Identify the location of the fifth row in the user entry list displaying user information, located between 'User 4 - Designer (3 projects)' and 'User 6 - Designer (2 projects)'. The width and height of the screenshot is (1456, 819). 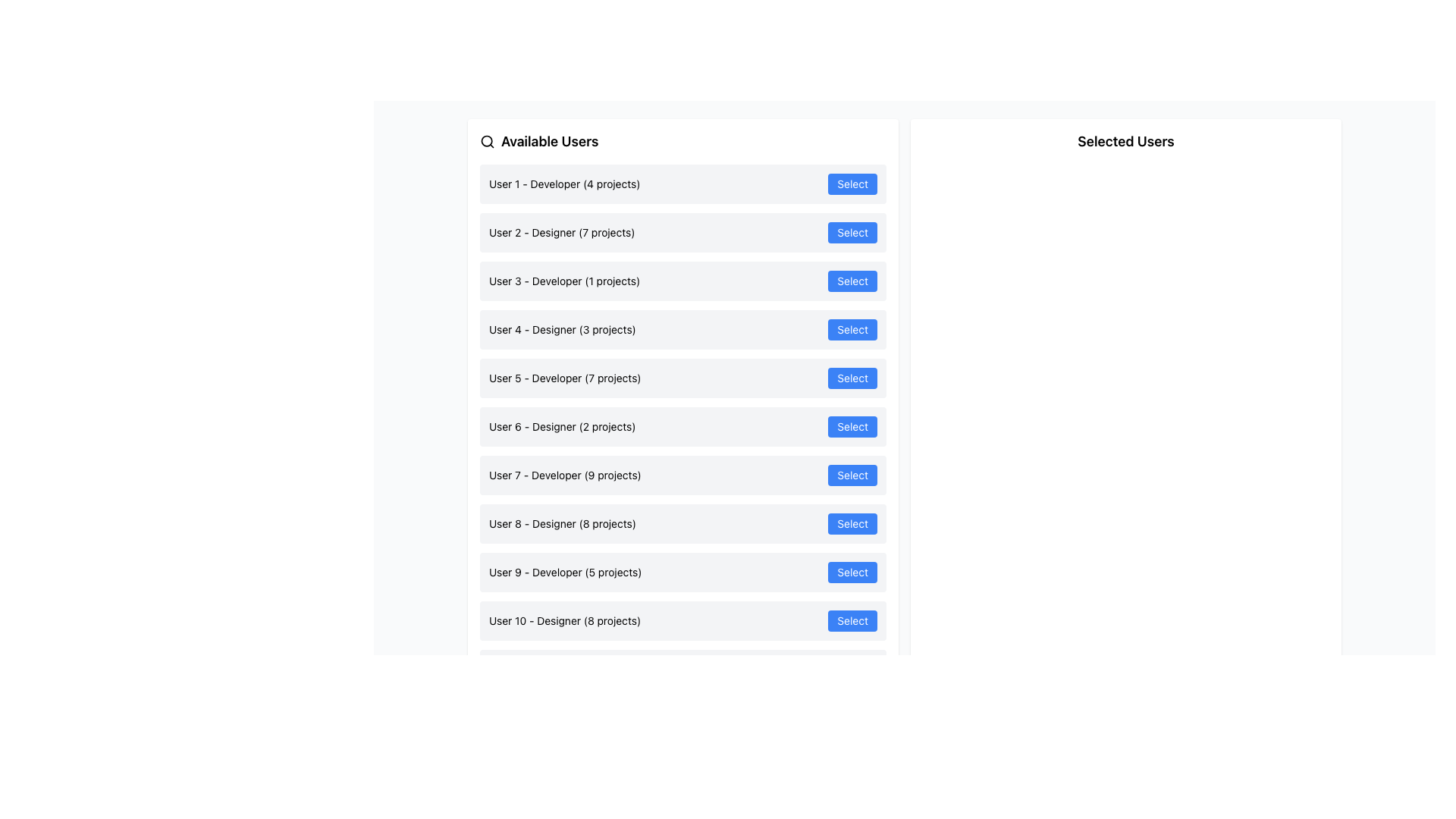
(682, 377).